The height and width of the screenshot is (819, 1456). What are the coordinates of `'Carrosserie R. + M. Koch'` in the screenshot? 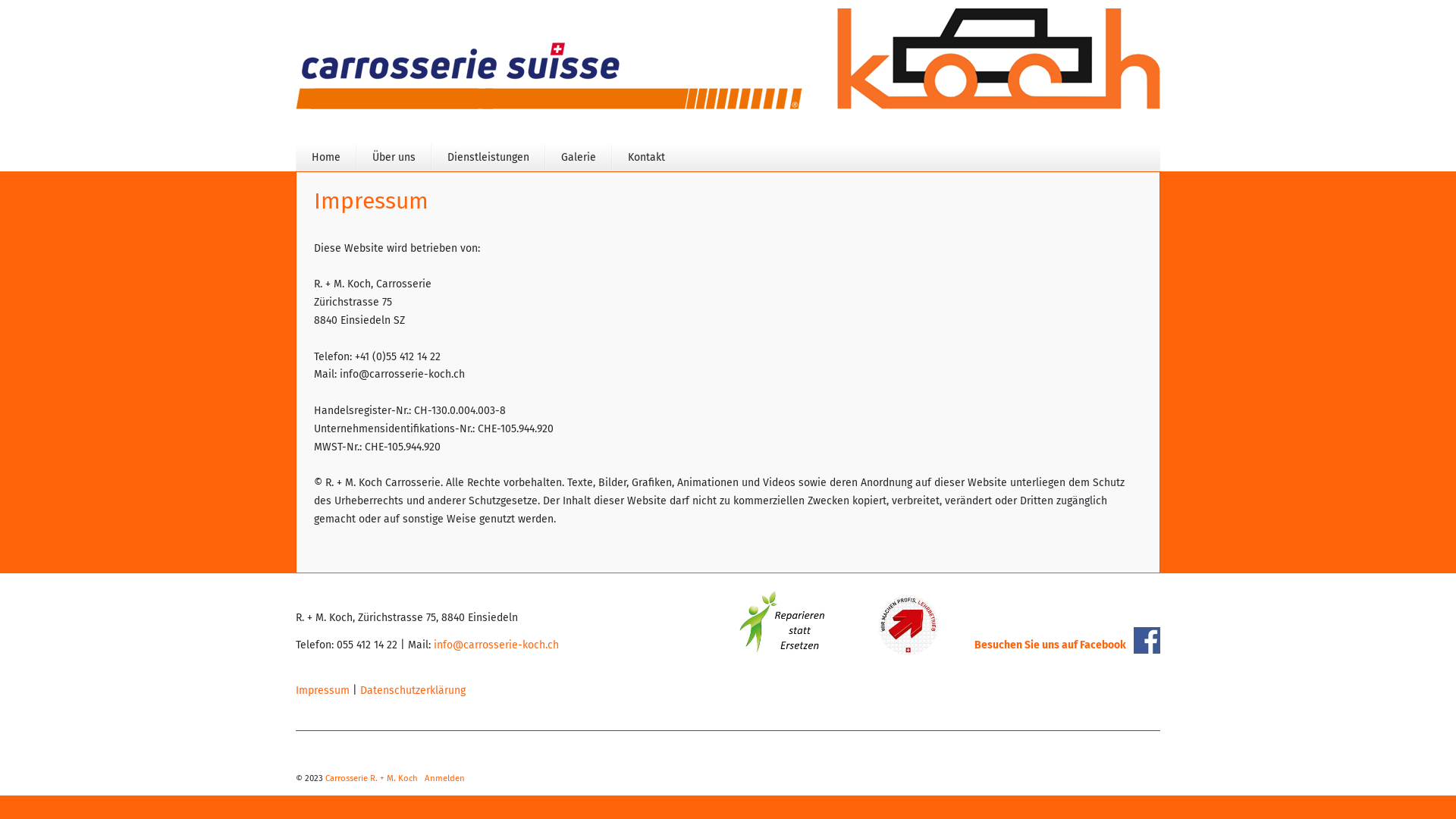 It's located at (371, 778).